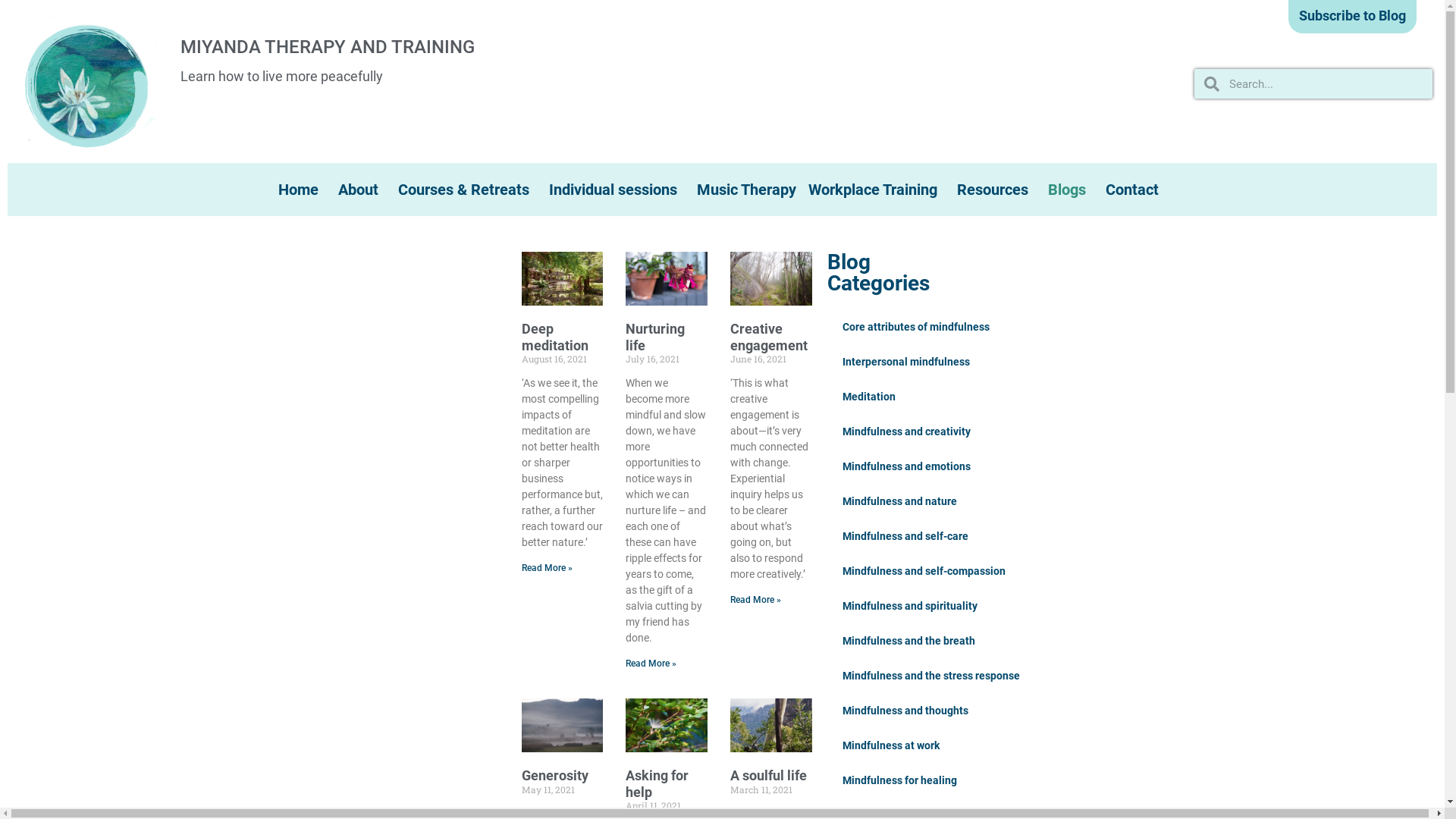 Image resolution: width=1456 pixels, height=819 pixels. Describe the element at coordinates (910, 604) in the screenshot. I see `'Mindfulness and spirituality'` at that location.